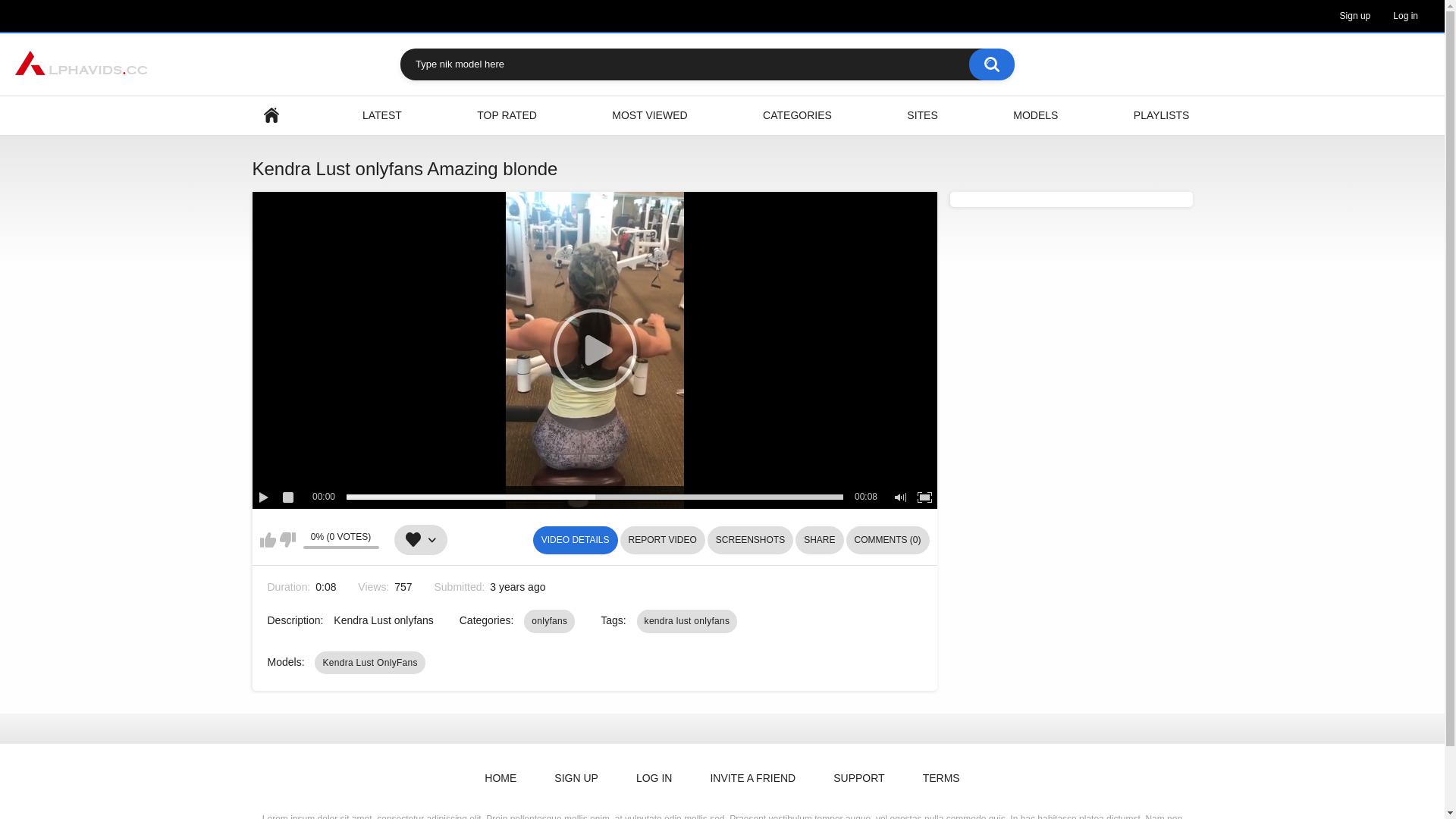  I want to click on 'SITES', so click(921, 115).